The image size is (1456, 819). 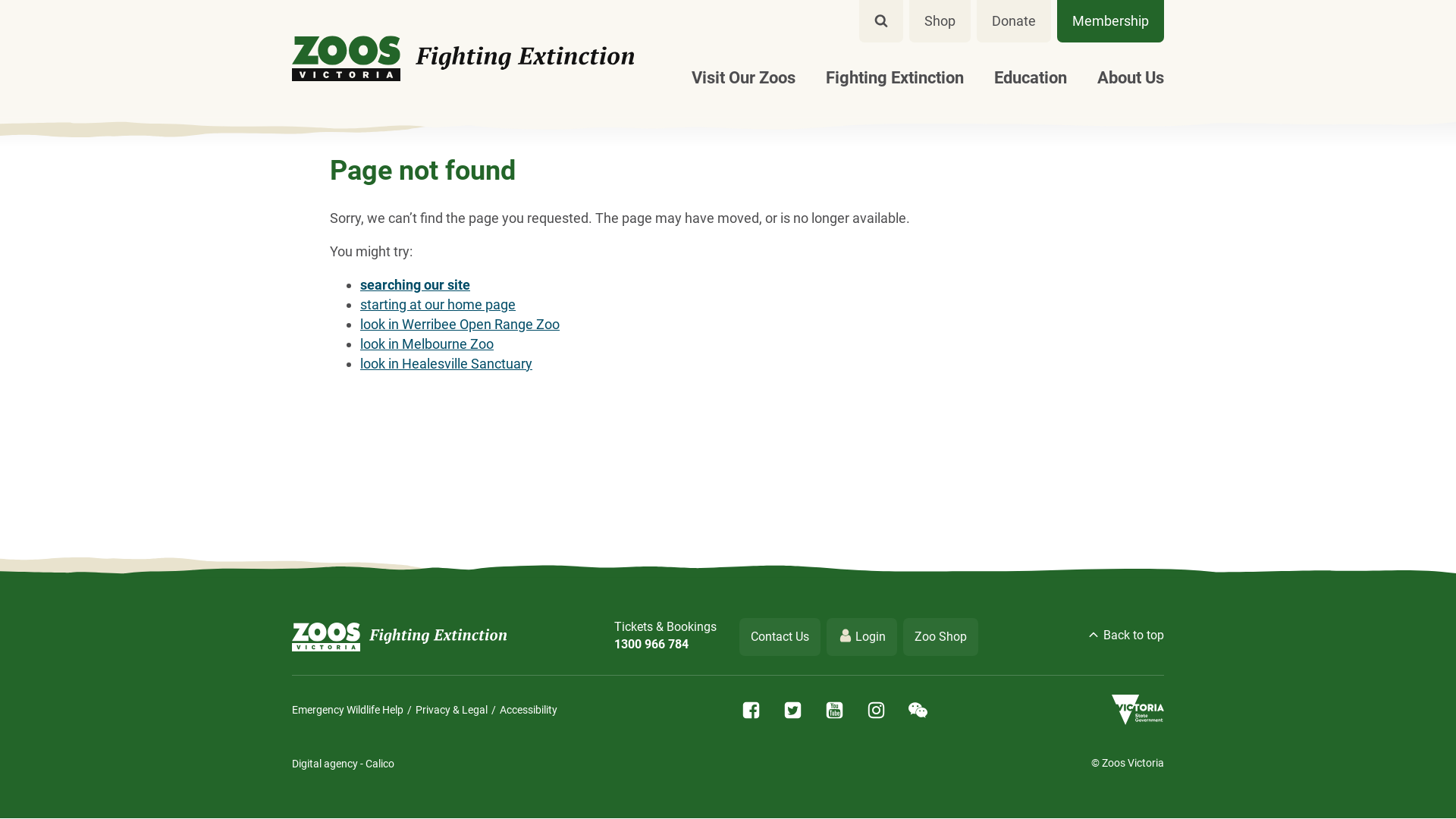 What do you see at coordinates (939, 20) in the screenshot?
I see `'Shop'` at bounding box center [939, 20].